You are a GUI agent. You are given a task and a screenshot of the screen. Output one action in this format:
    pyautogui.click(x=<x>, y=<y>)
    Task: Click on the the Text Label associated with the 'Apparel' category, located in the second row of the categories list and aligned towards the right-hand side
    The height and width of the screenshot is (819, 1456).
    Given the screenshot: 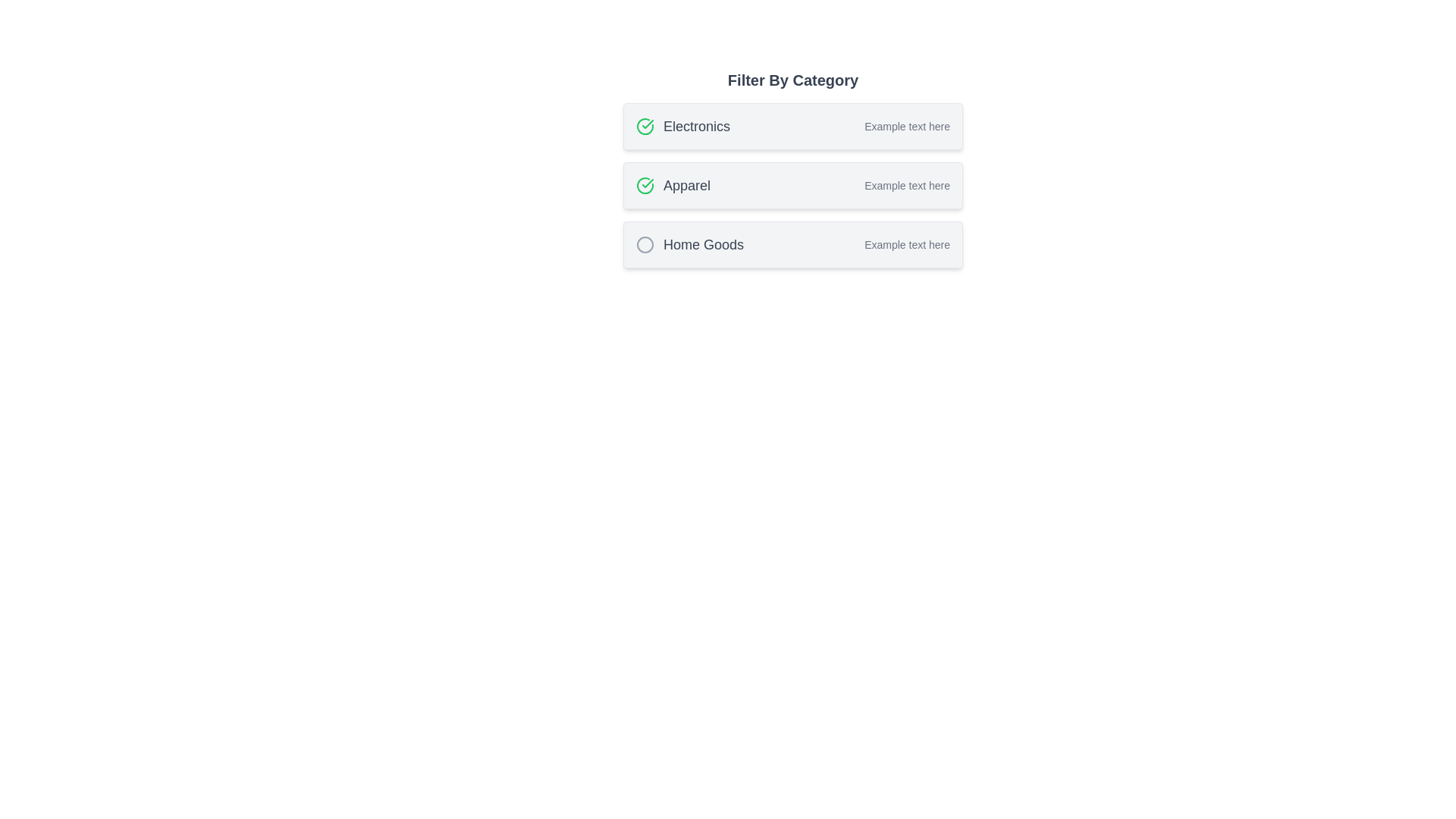 What is the action you would take?
    pyautogui.click(x=907, y=185)
    